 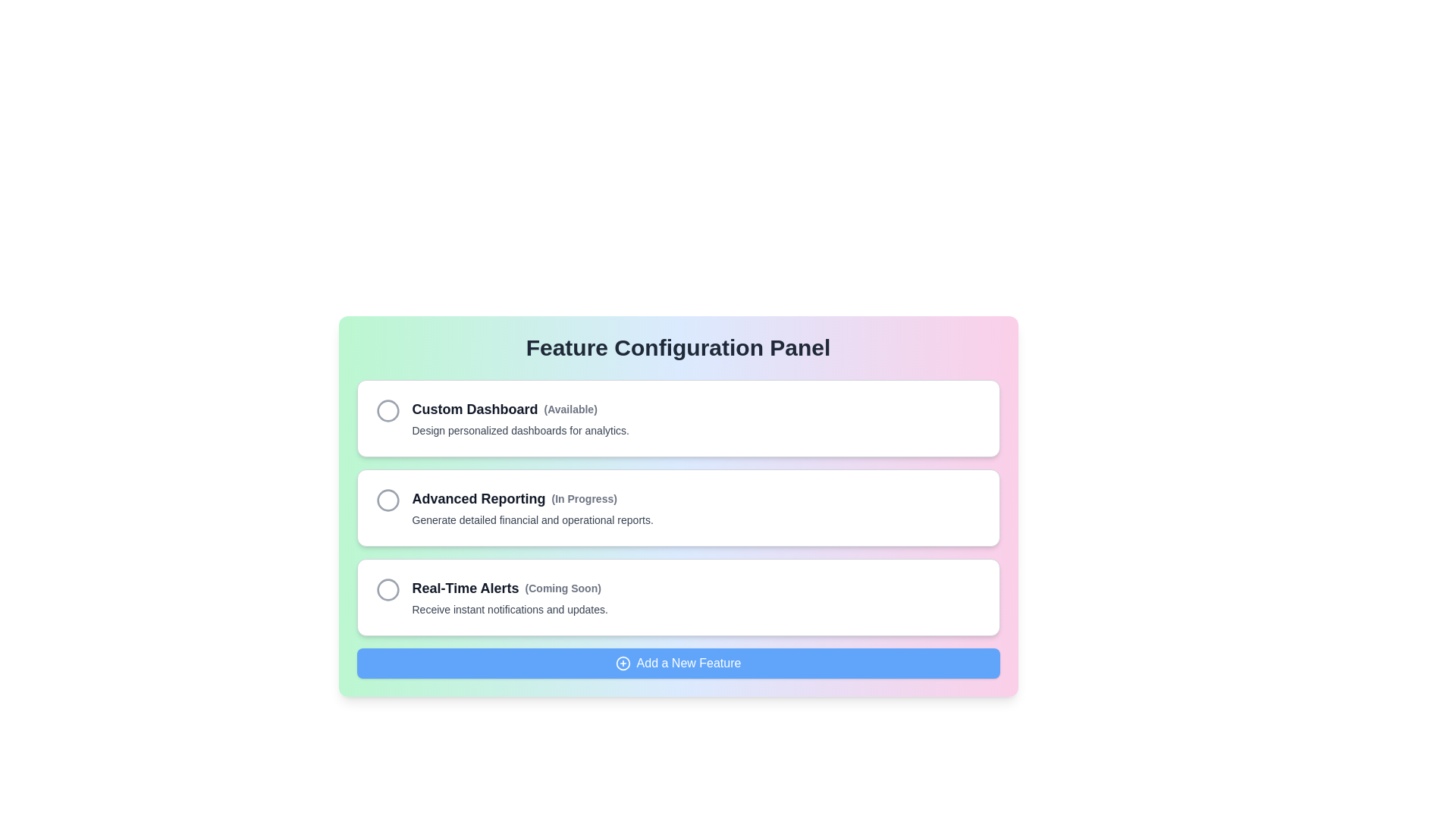 What do you see at coordinates (388, 500) in the screenshot?
I see `the interactive circular icon on the leftmost side of the 'Advanced Reporting' entry` at bounding box center [388, 500].